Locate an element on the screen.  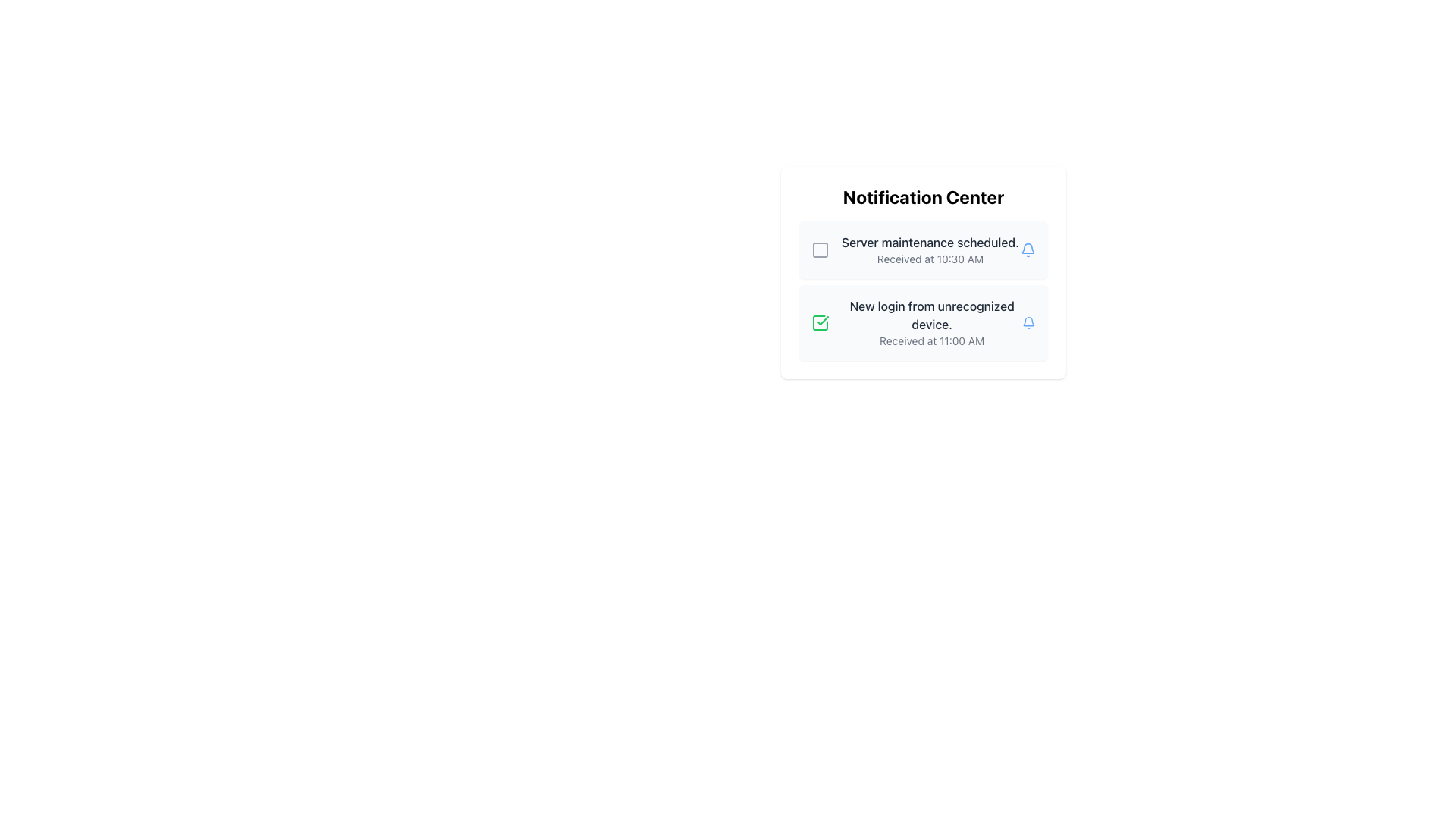
the static text displaying 'Received at 10:30 AM.' which is located below the bold text 'Server maintenance scheduled.' within the notification card is located at coordinates (929, 259).